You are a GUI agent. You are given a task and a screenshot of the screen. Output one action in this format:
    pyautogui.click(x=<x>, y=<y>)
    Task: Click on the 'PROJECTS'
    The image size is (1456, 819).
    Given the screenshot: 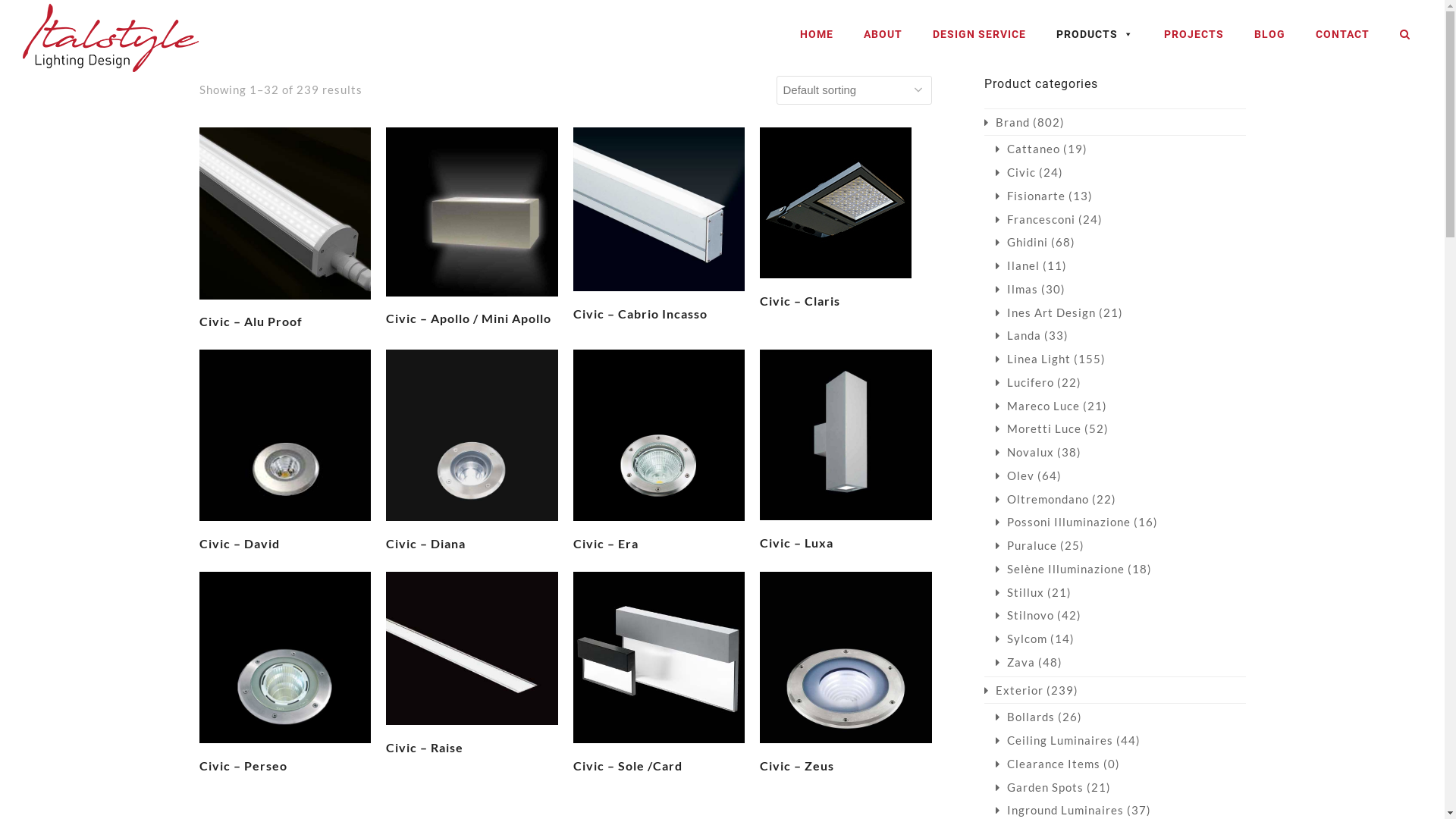 What is the action you would take?
    pyautogui.click(x=1193, y=34)
    